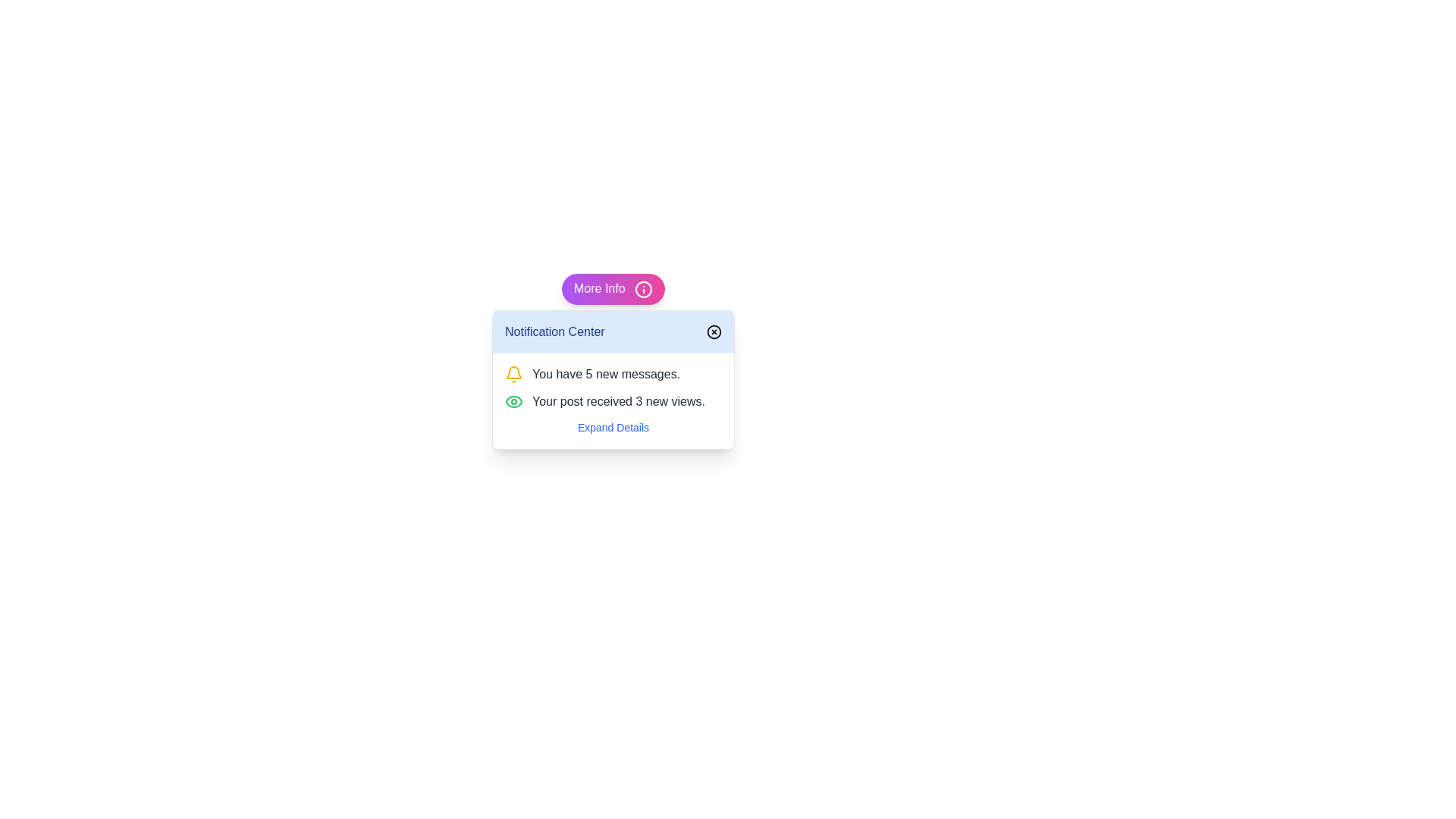 This screenshot has width=1456, height=819. Describe the element at coordinates (613, 289) in the screenshot. I see `the gradient background button at the top-center of the notification card` at that location.